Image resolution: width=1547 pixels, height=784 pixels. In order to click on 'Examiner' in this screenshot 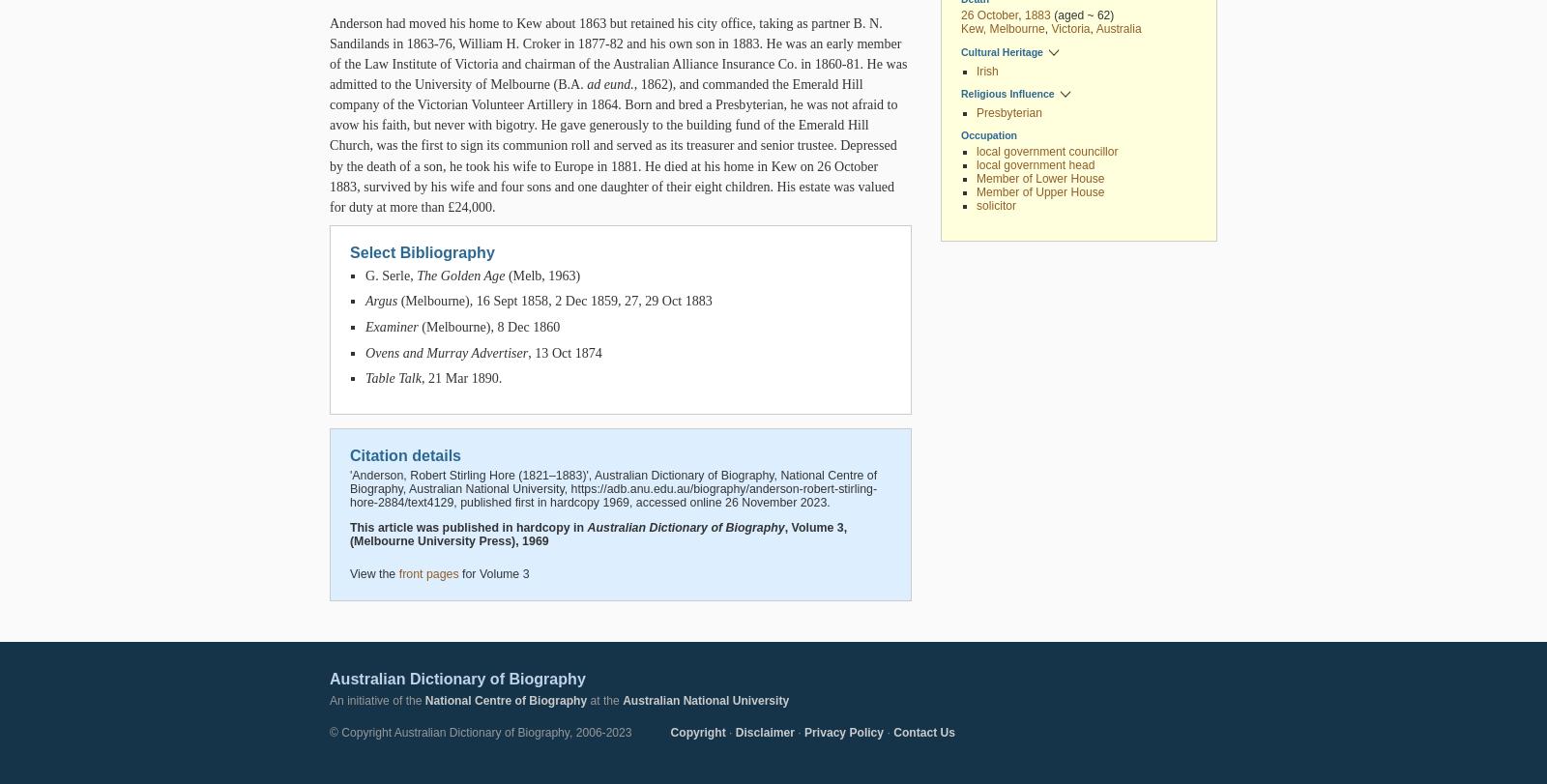, I will do `click(390, 327)`.